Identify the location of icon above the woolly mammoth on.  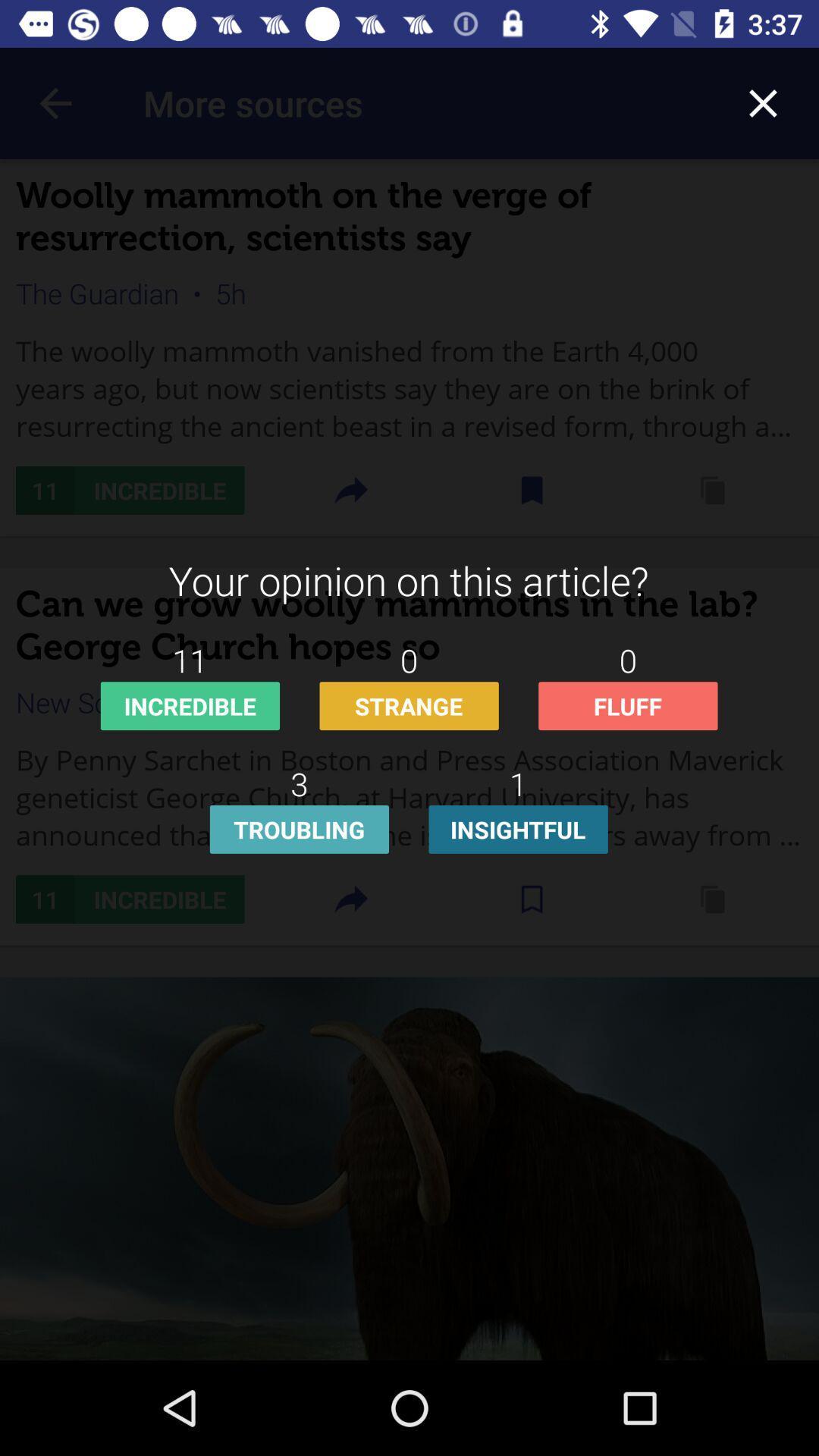
(763, 102).